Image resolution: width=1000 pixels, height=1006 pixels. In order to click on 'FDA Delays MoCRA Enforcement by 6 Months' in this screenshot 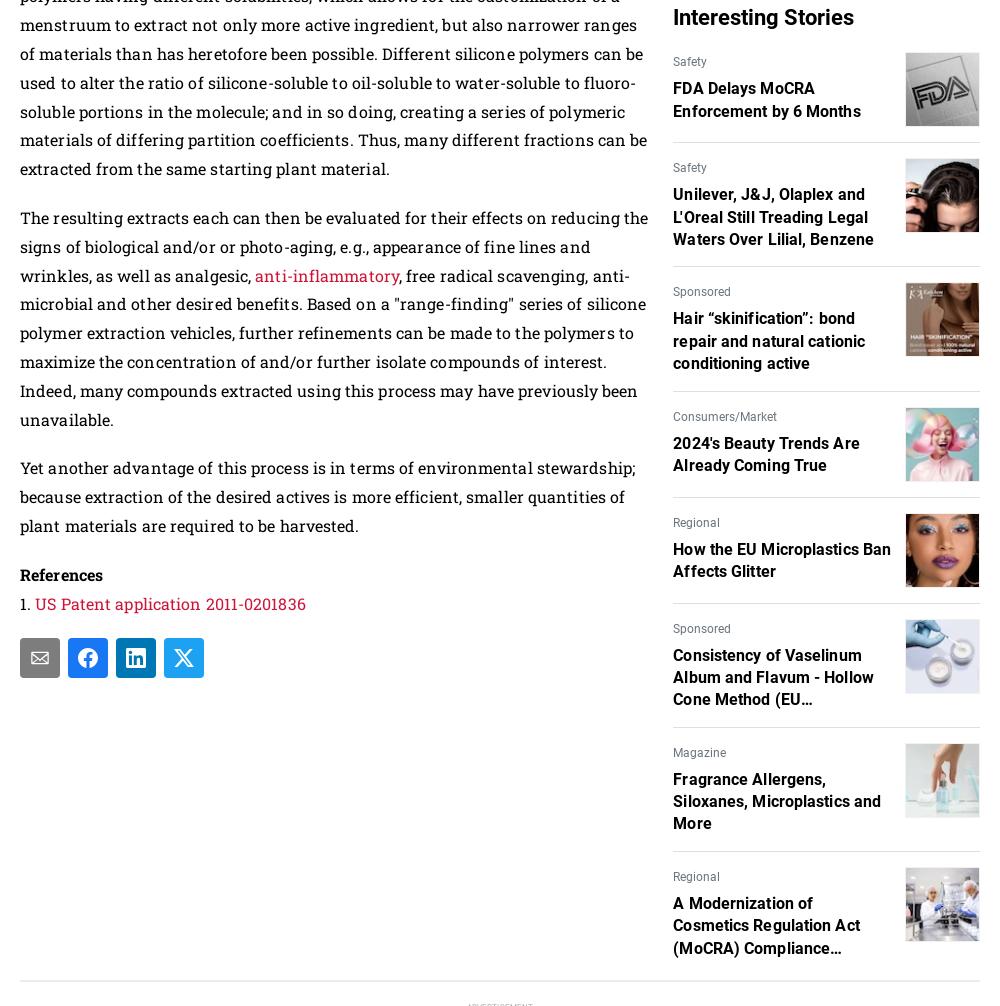, I will do `click(766, 99)`.